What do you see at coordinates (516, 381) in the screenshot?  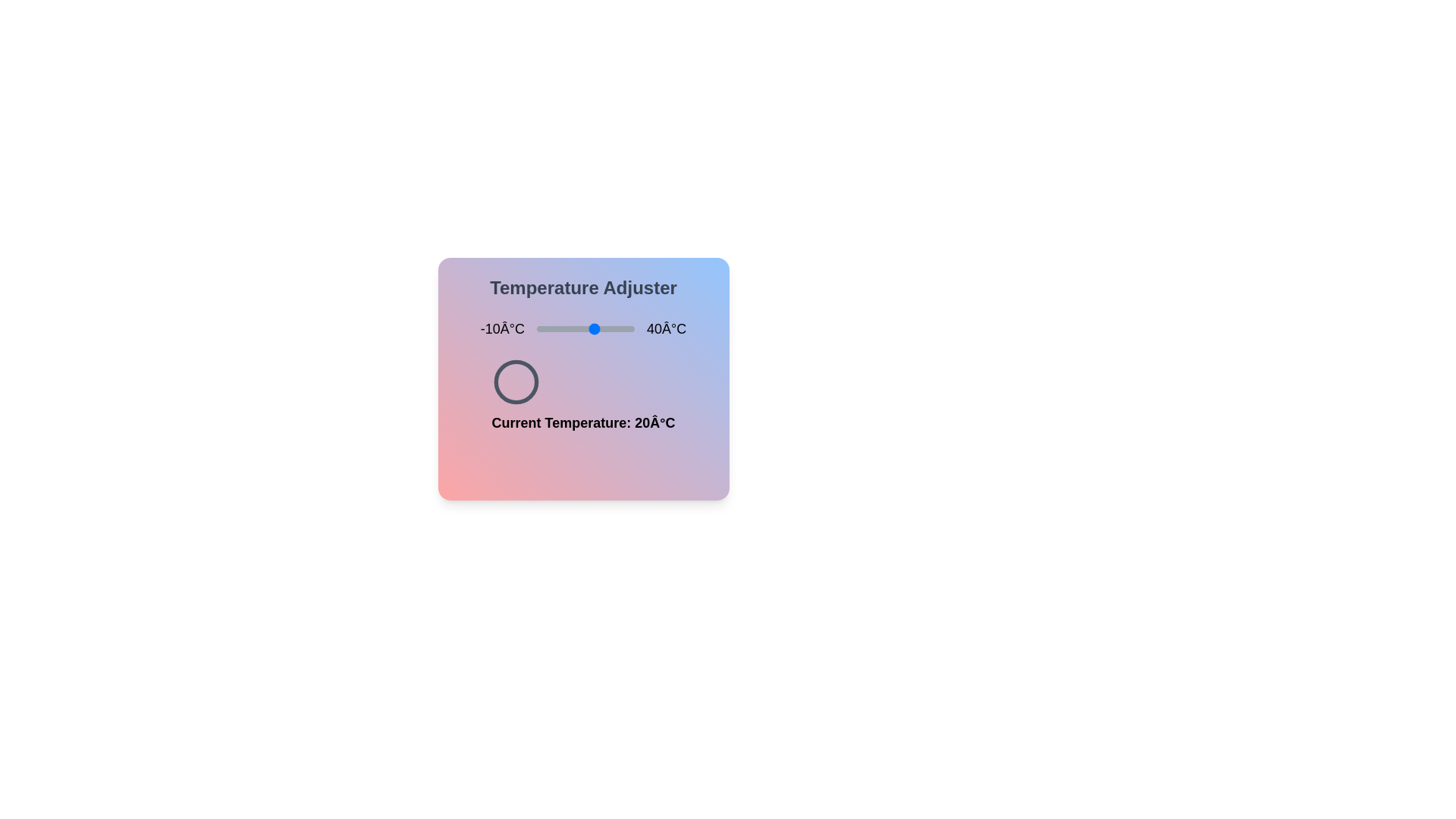 I see `the circle icon` at bounding box center [516, 381].